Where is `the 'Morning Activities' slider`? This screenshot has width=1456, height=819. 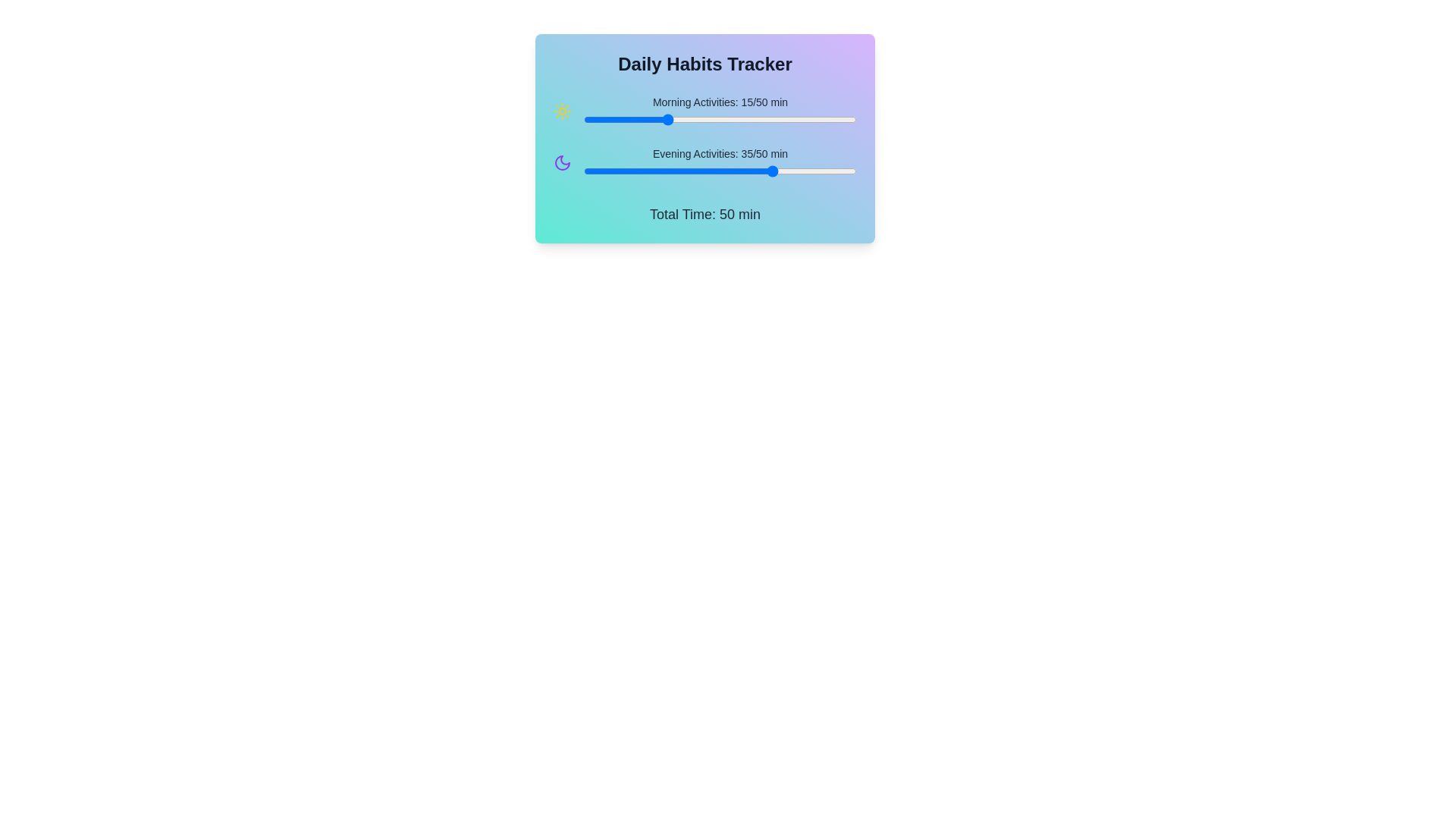
the 'Morning Activities' slider is located at coordinates (703, 119).